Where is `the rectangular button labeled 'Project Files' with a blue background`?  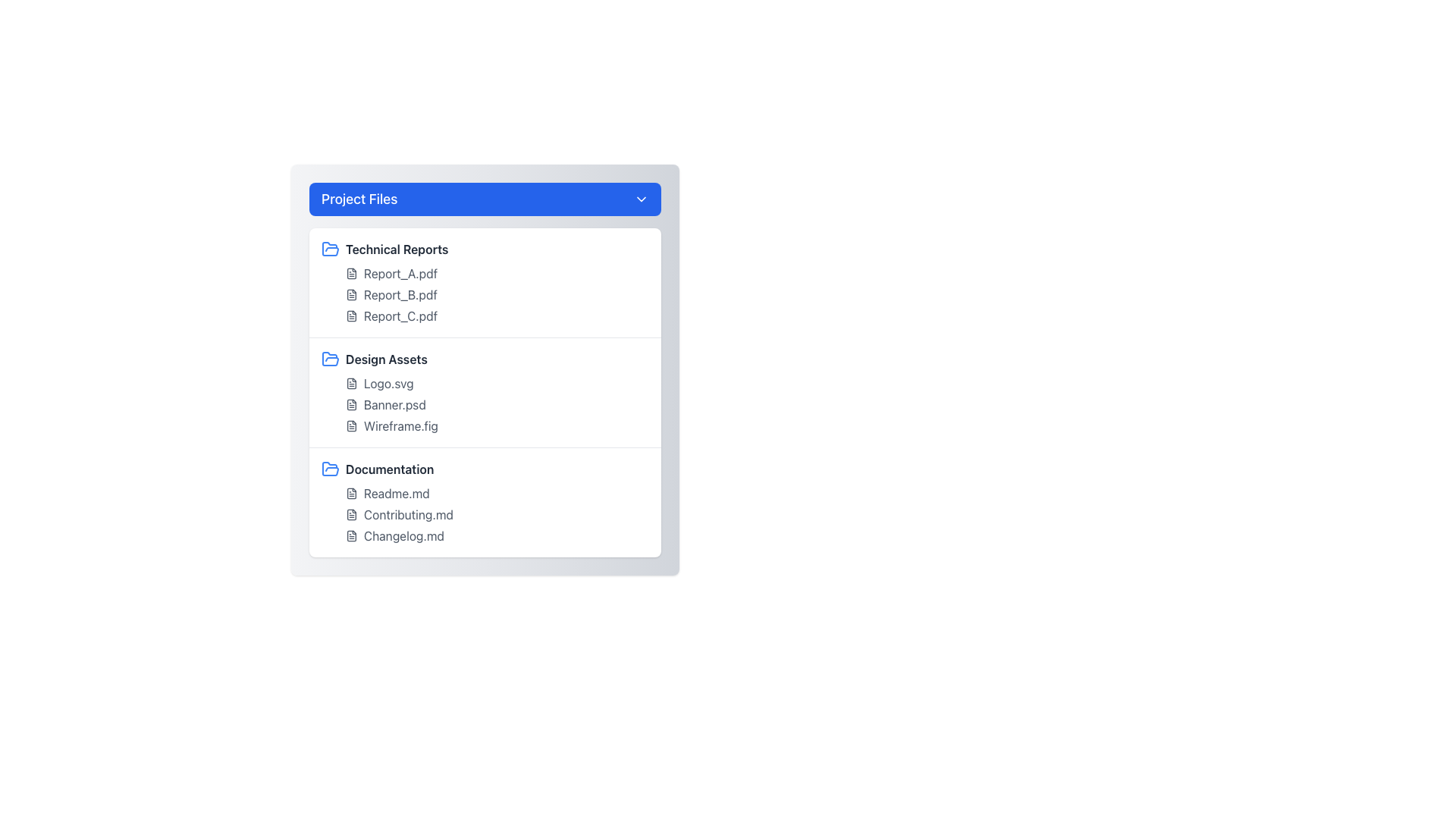 the rectangular button labeled 'Project Files' with a blue background is located at coordinates (484, 198).